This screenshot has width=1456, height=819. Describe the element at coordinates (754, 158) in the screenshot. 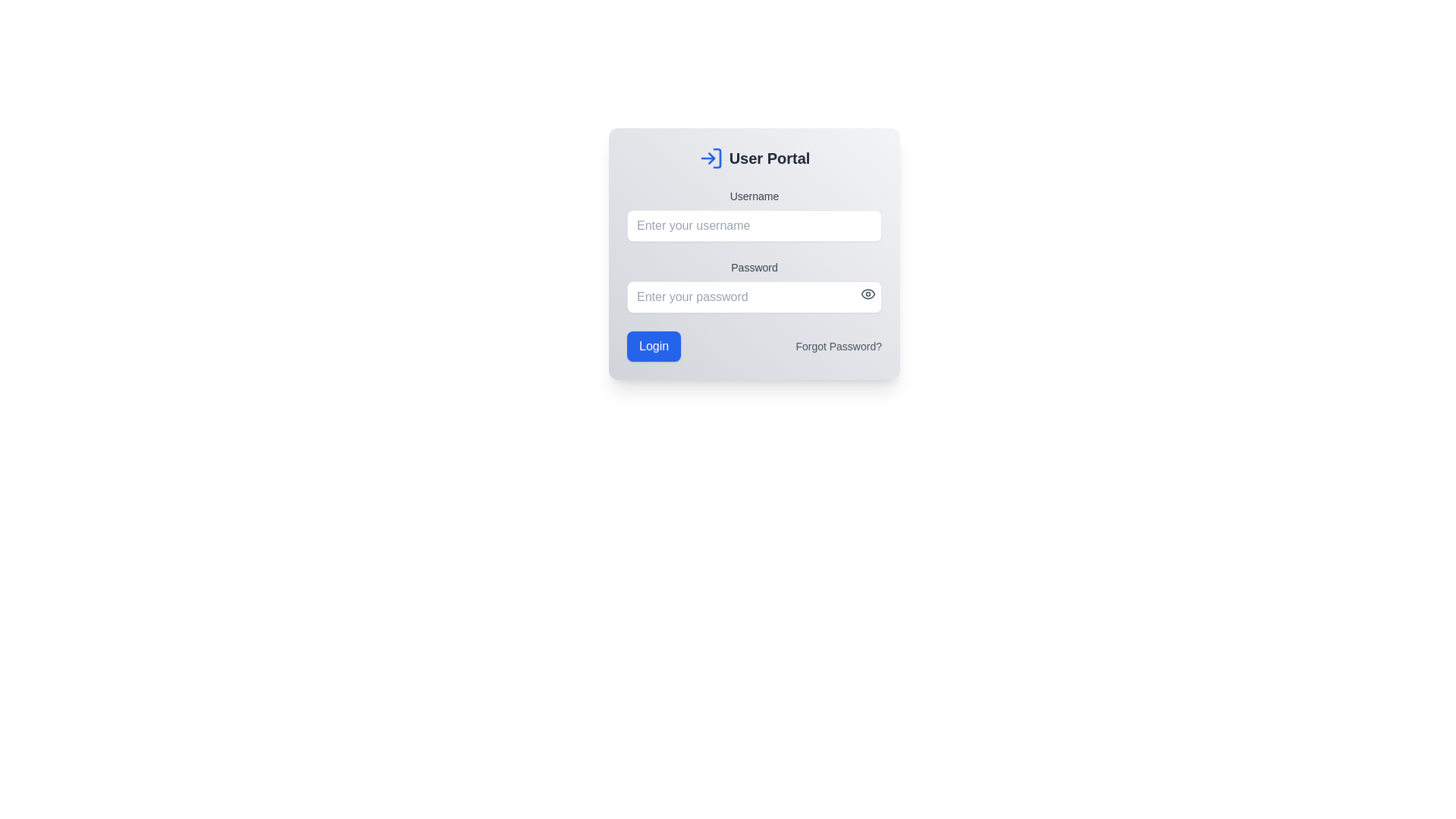

I see `the title or heading text element of the login panel, which is positioned at the top center of the card-like structure containing the login form elements` at that location.